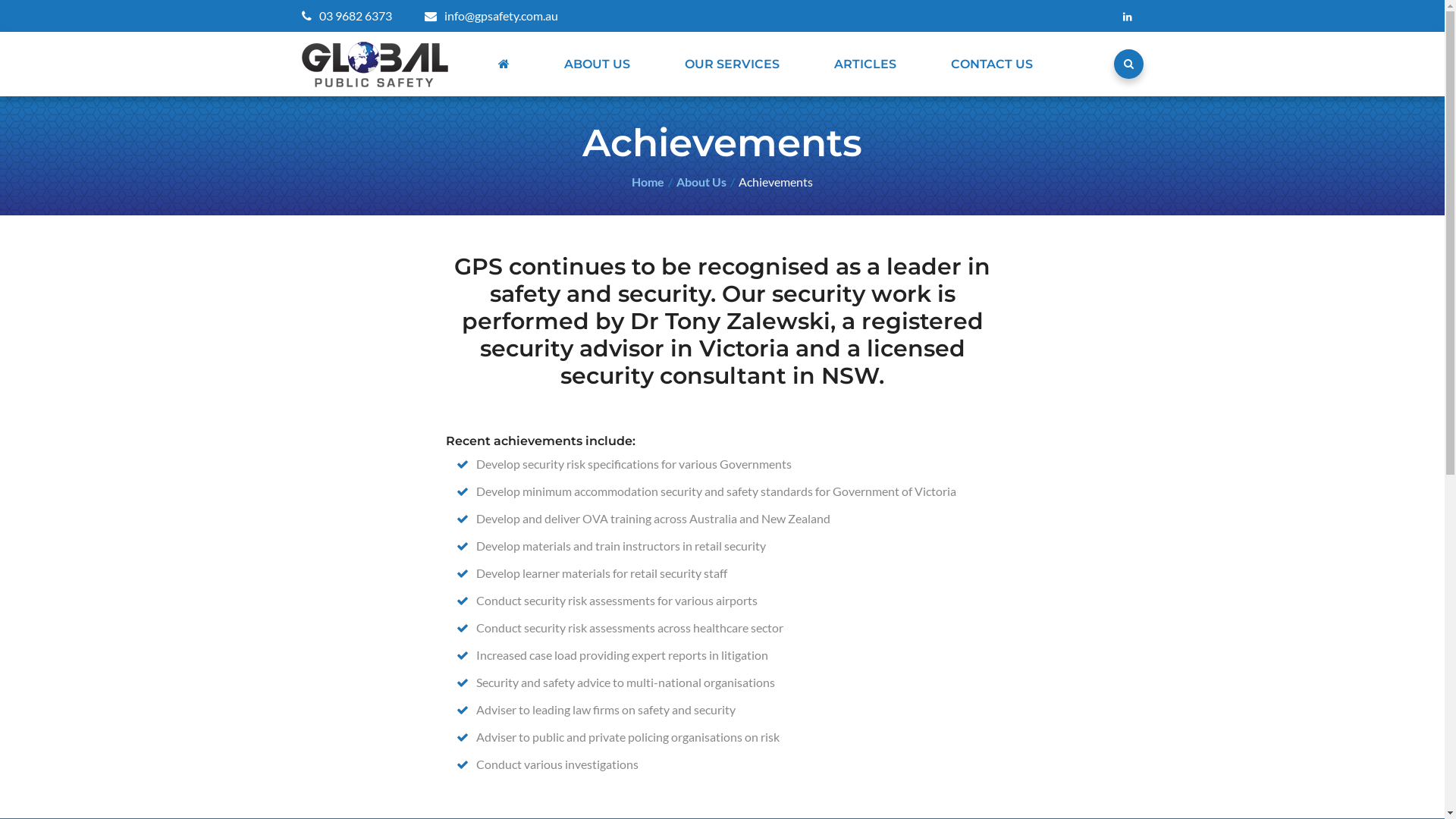 This screenshot has width=1456, height=819. What do you see at coordinates (556, 63) in the screenshot?
I see `'ABOUT US'` at bounding box center [556, 63].